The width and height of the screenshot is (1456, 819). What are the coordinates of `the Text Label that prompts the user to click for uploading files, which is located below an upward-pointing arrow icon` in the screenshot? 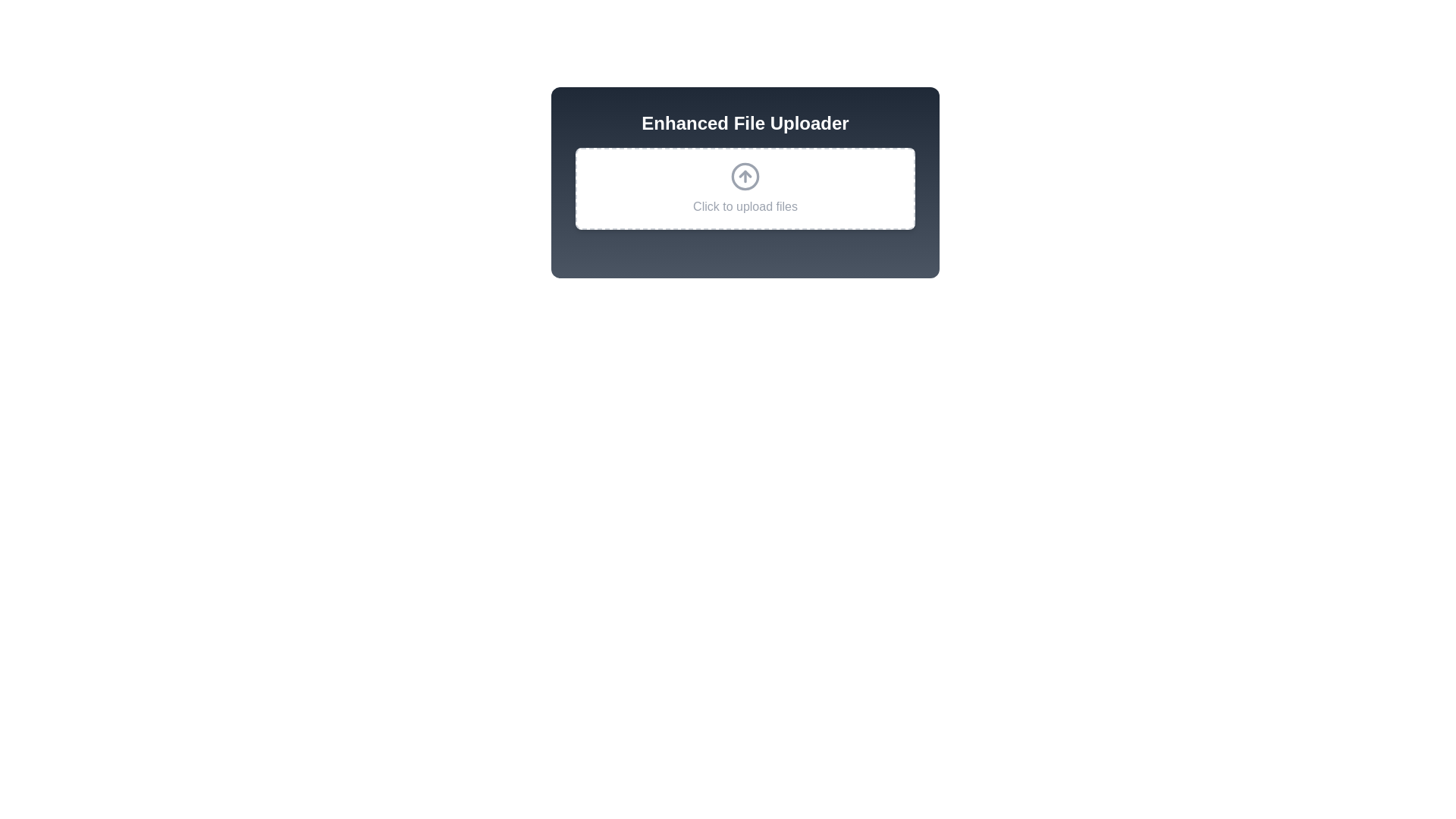 It's located at (745, 207).